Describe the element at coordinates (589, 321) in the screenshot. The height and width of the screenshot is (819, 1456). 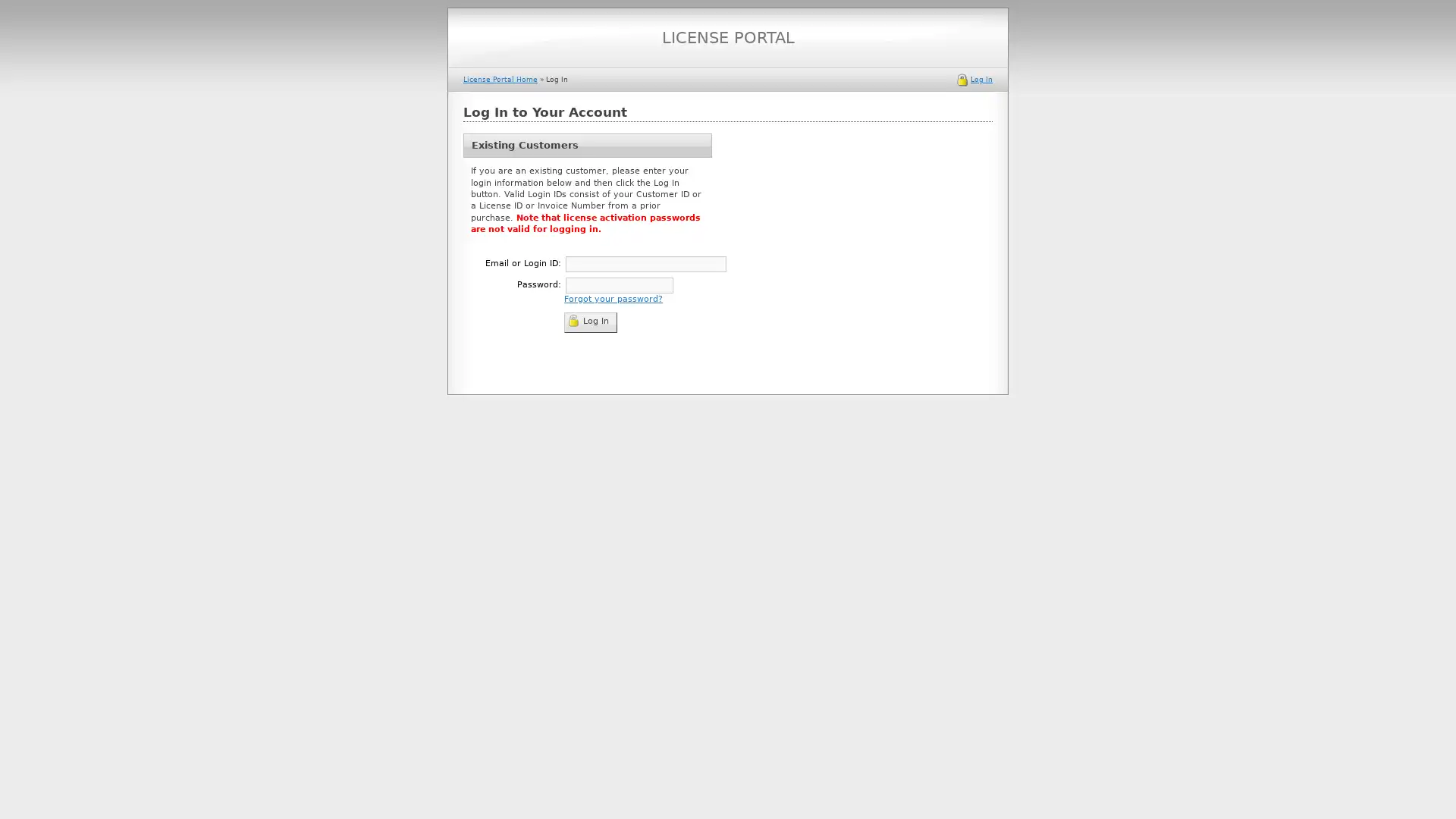
I see `Log In` at that location.